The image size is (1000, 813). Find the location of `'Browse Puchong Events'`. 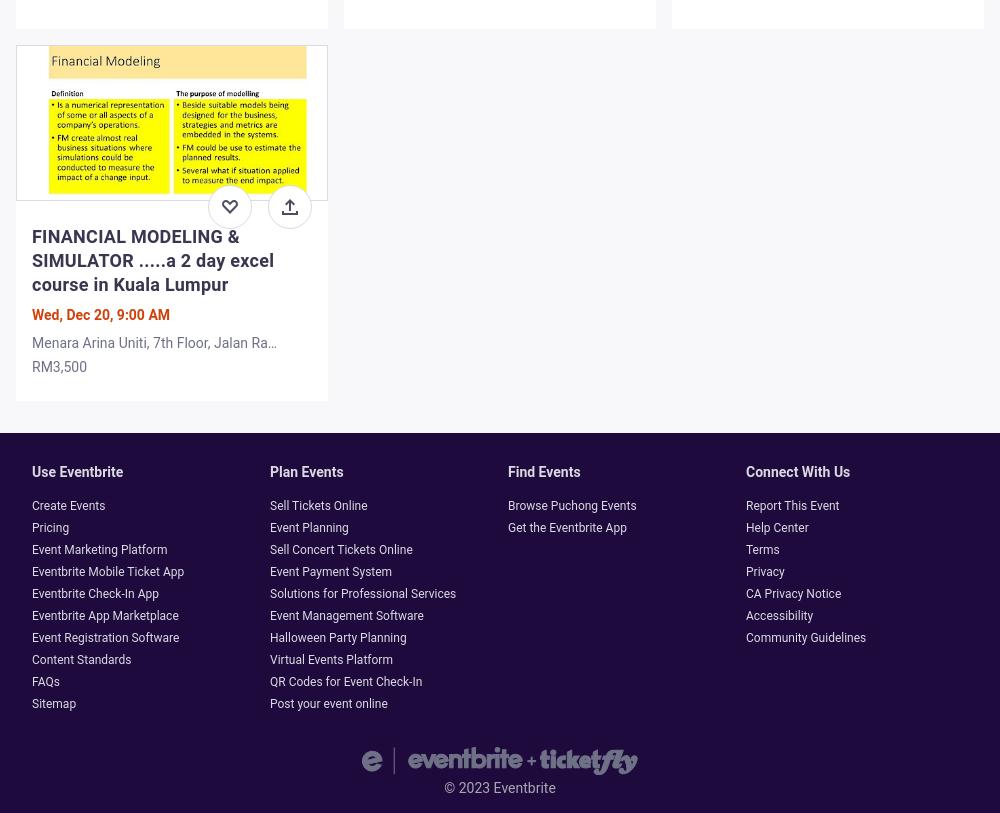

'Browse Puchong Events' is located at coordinates (571, 506).